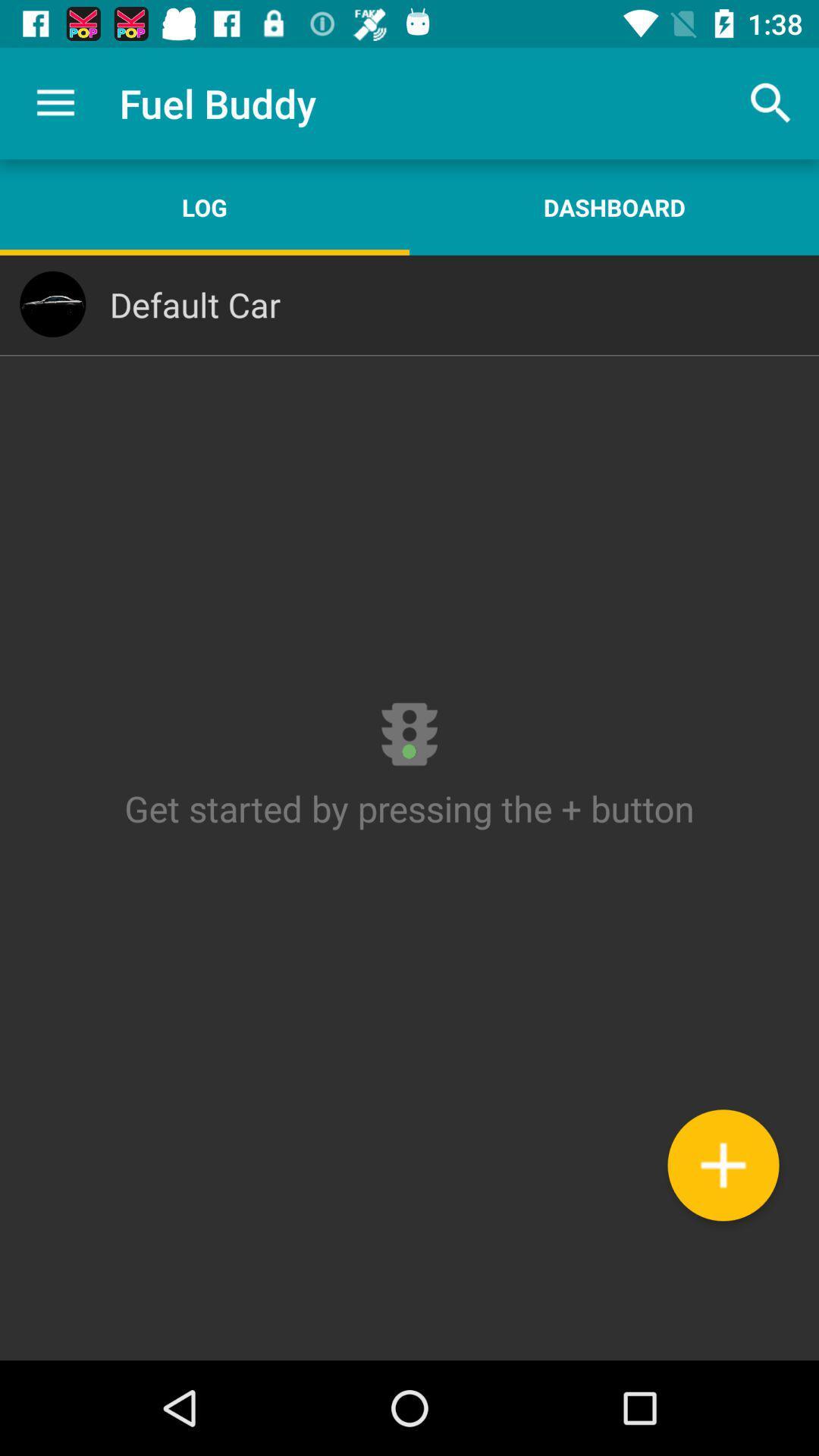 The image size is (819, 1456). I want to click on initiate fuel buddy, so click(409, 808).